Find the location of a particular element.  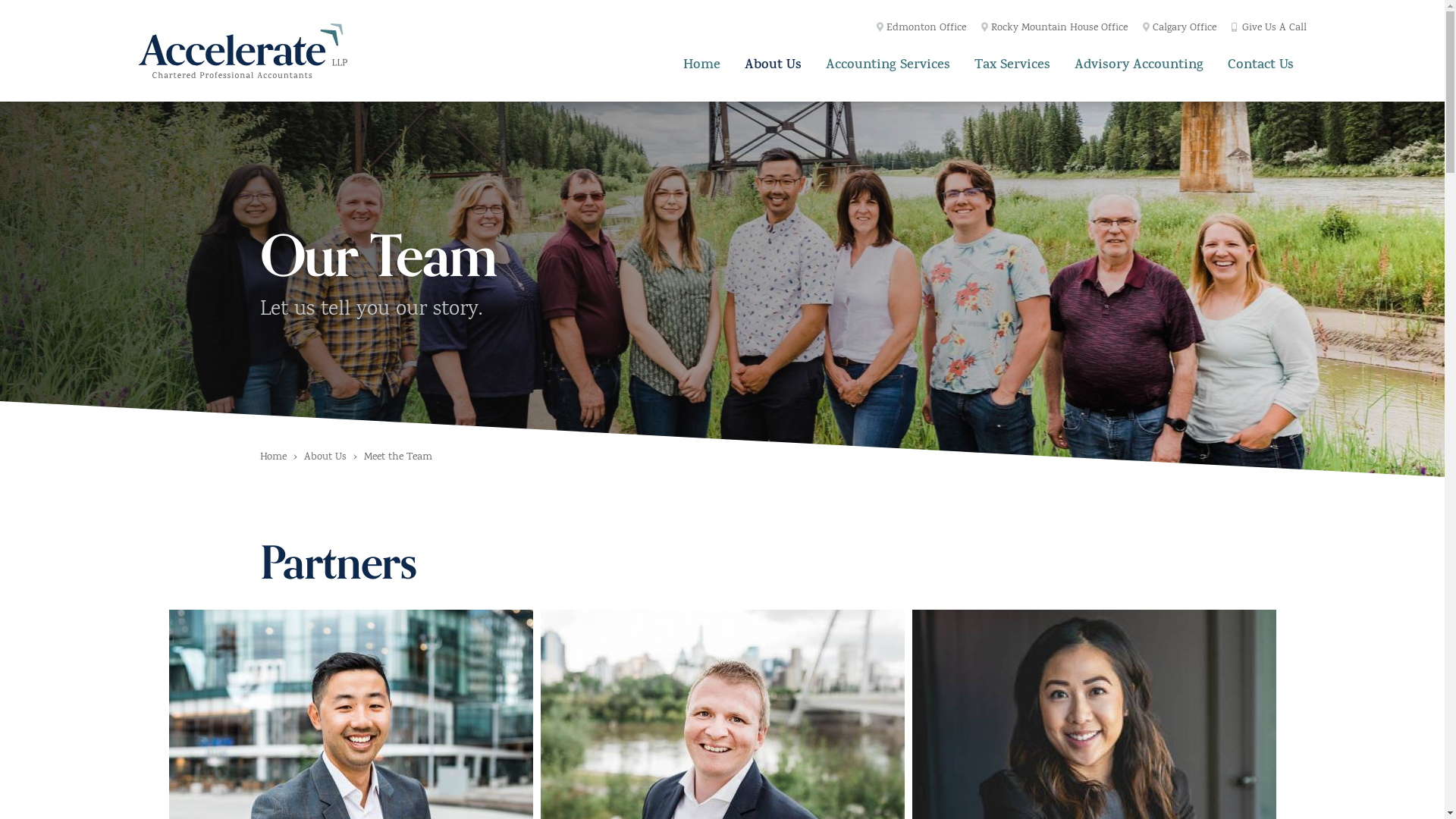

'Give Us A Call' is located at coordinates (1269, 29).